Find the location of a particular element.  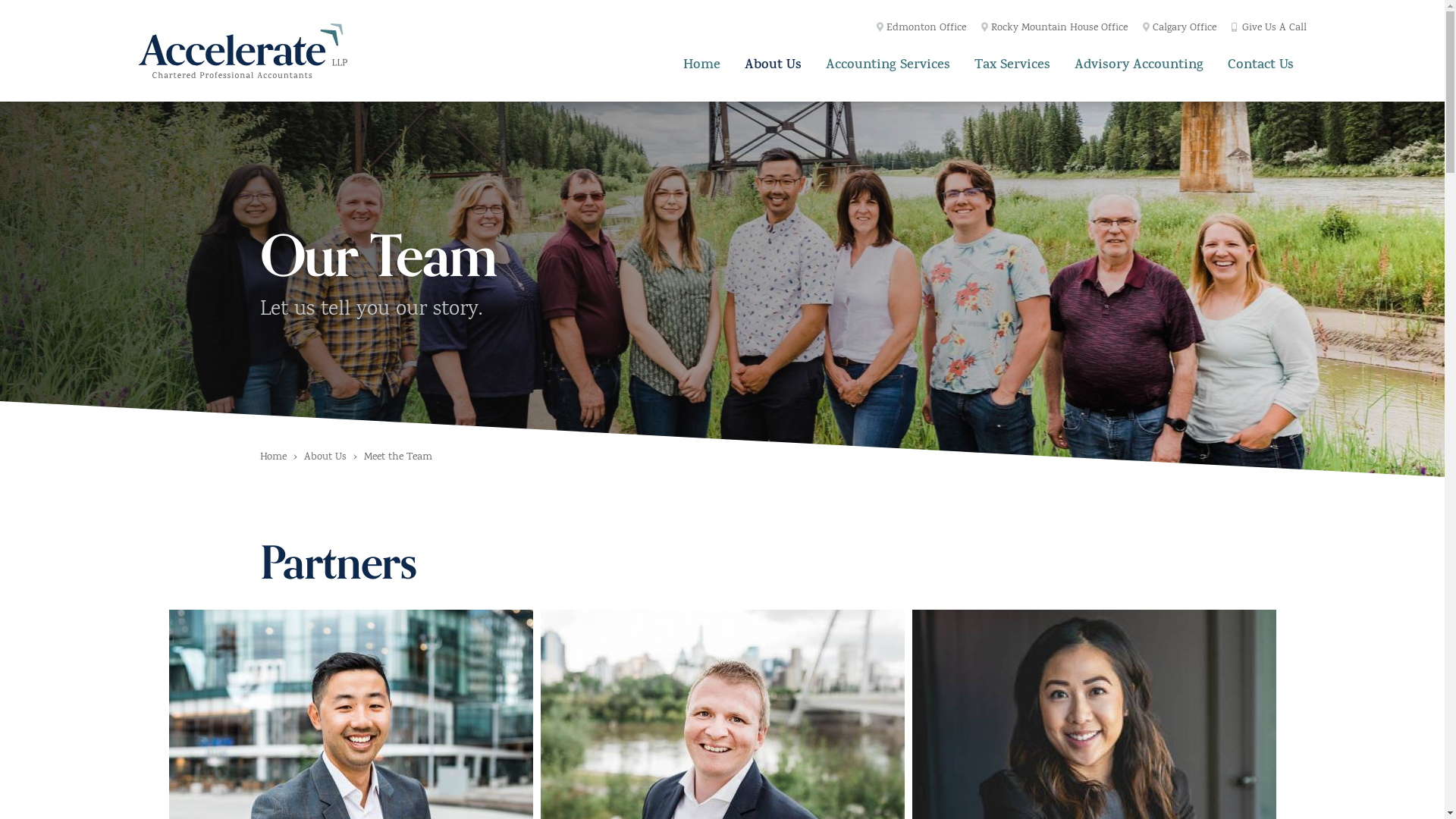

'Give Us A Call' is located at coordinates (1269, 29).